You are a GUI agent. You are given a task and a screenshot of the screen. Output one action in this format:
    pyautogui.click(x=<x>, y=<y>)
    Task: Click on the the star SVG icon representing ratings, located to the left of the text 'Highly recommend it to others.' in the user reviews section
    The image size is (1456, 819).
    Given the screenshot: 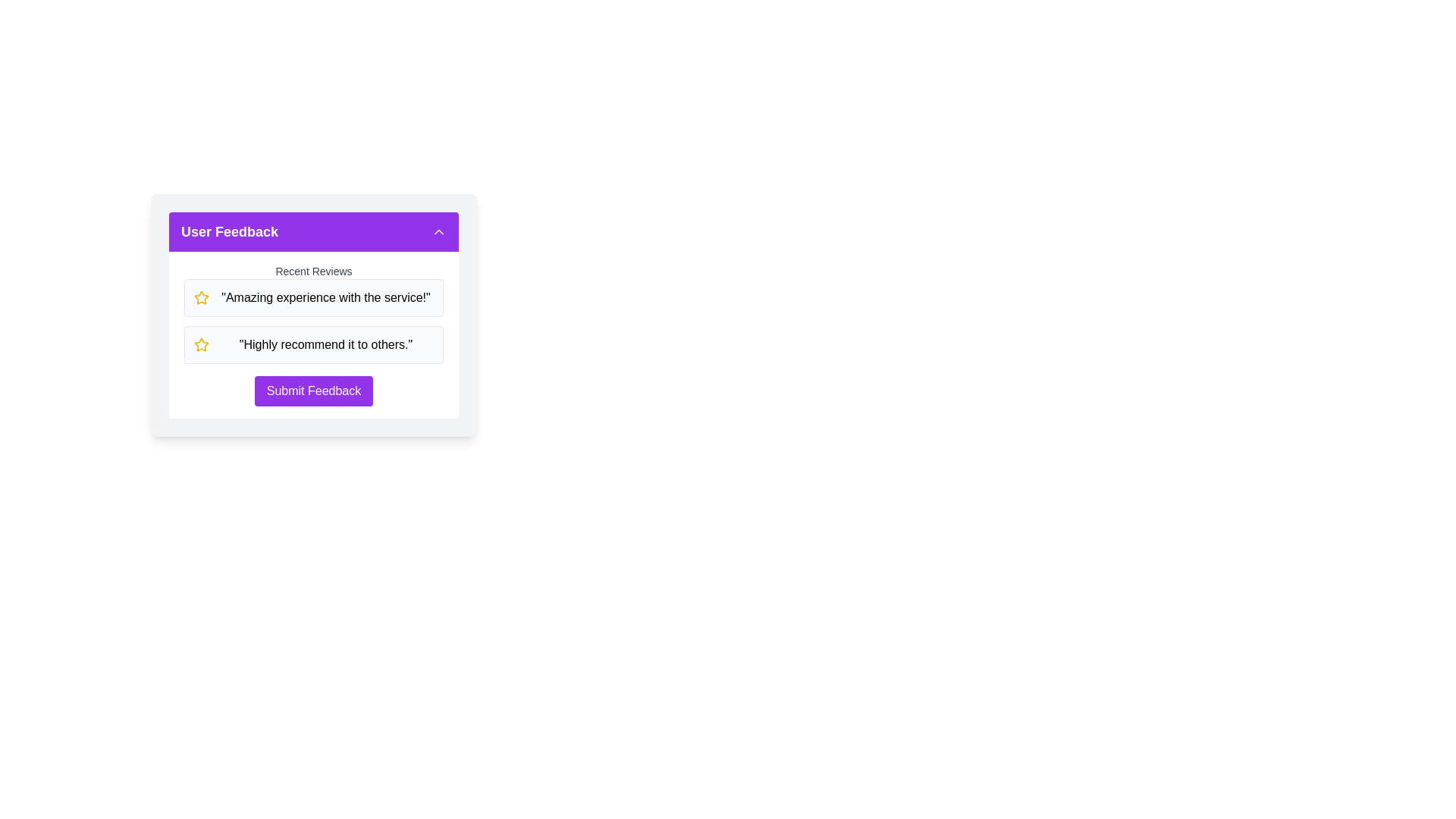 What is the action you would take?
    pyautogui.click(x=200, y=297)
    